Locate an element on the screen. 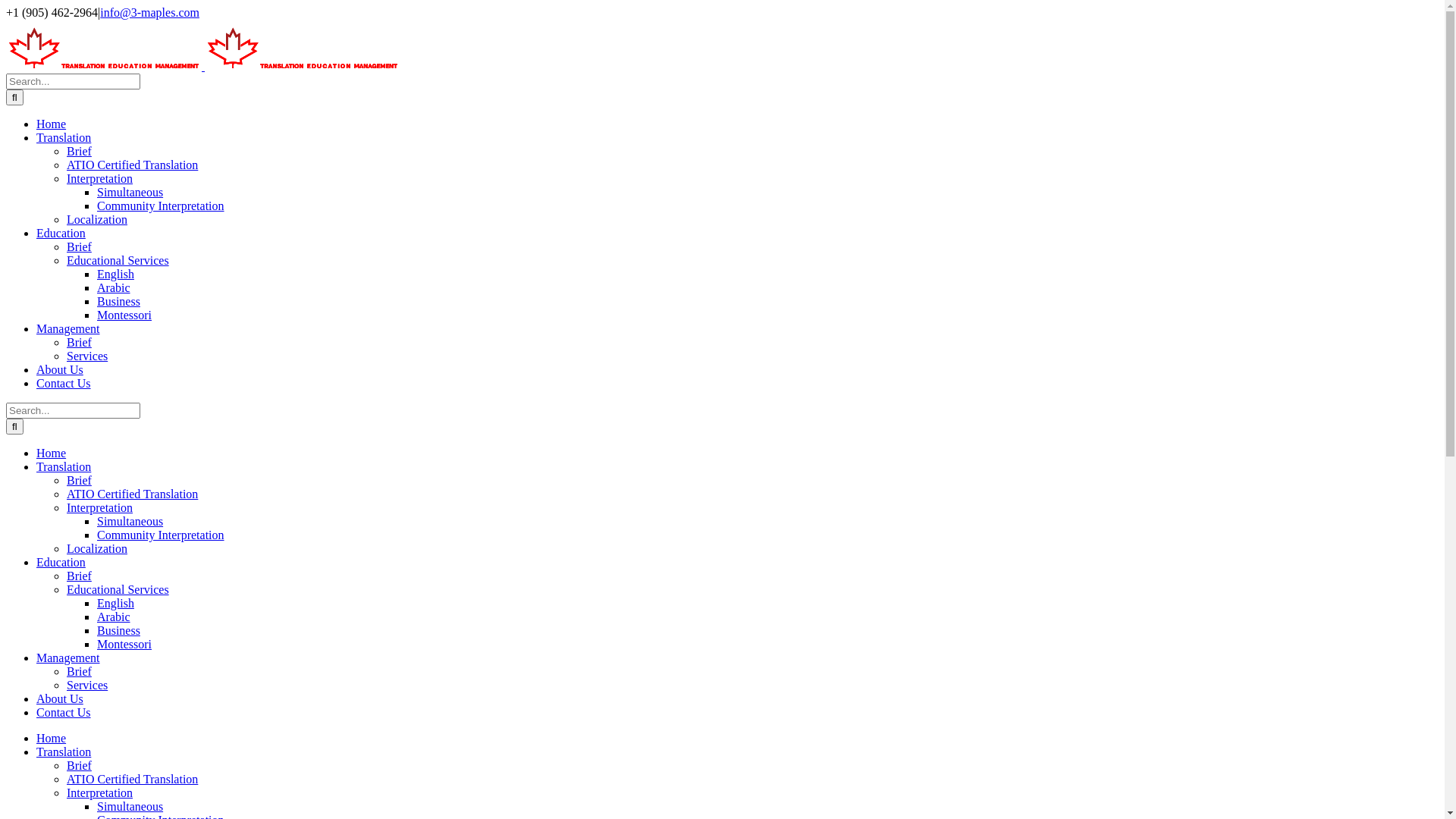  'ATIO Certified Translation' is located at coordinates (65, 779).